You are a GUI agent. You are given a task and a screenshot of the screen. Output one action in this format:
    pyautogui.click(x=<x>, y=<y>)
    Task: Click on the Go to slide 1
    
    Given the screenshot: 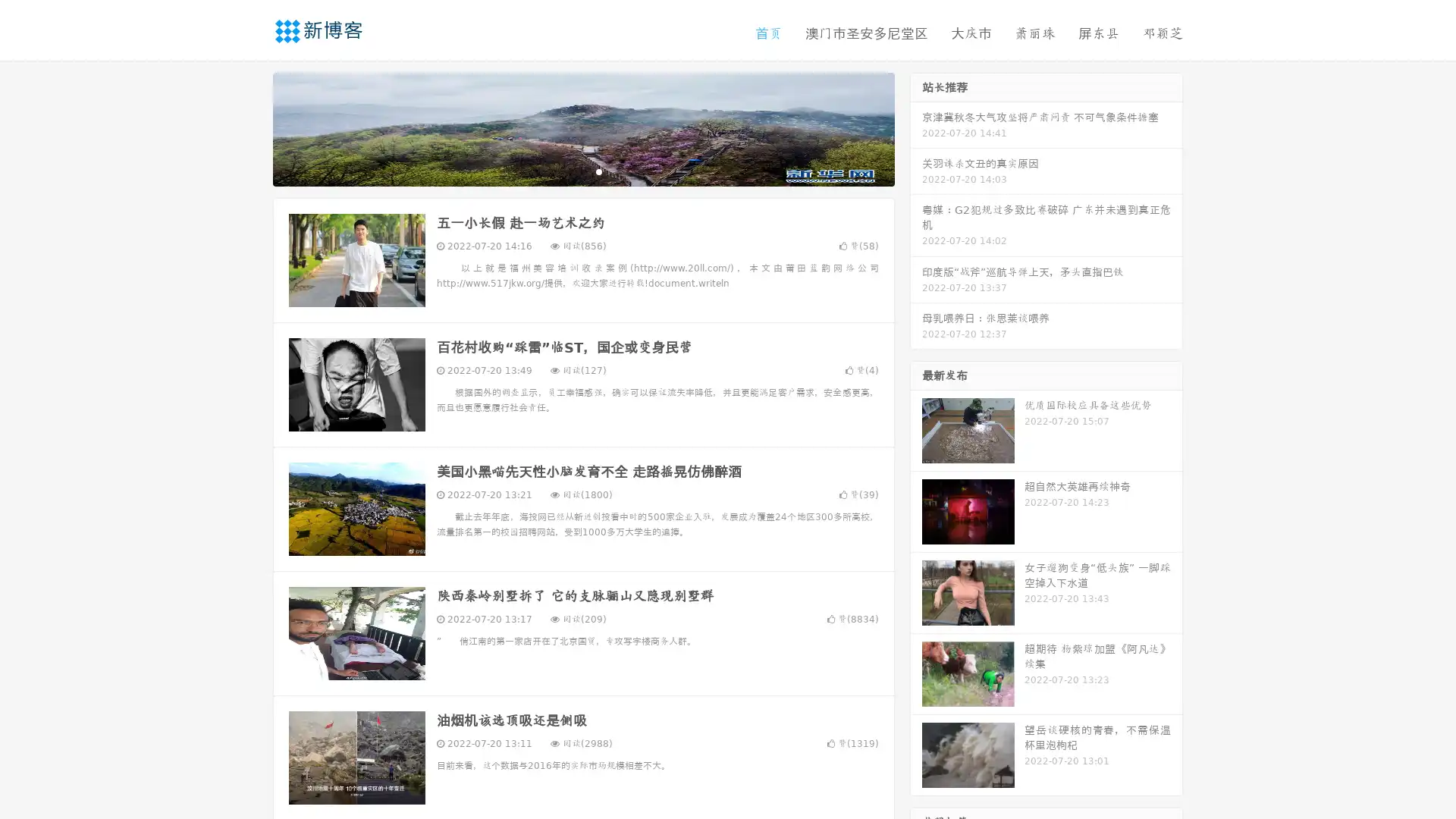 What is the action you would take?
    pyautogui.click(x=567, y=171)
    